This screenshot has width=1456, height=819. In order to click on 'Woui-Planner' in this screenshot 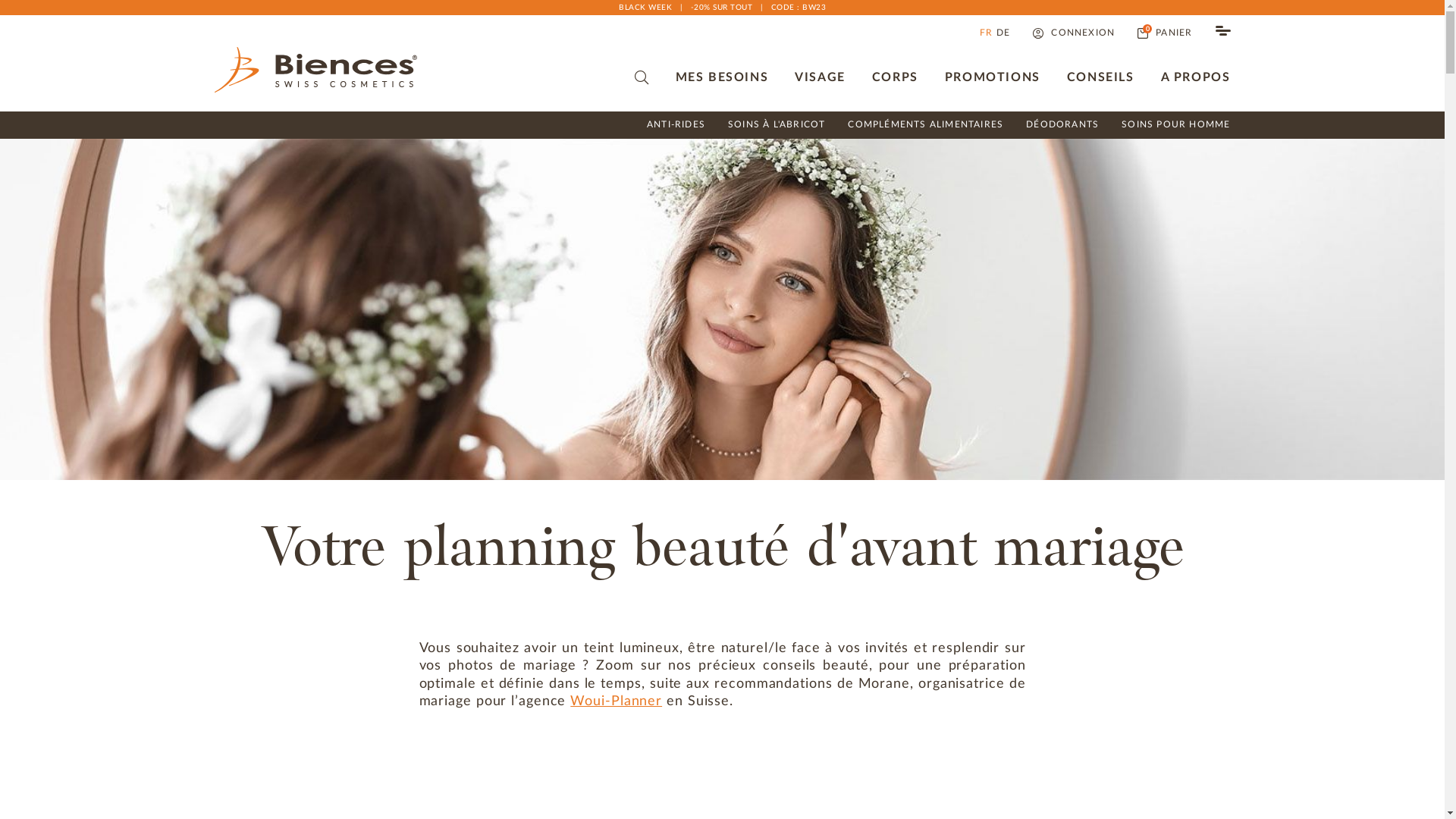, I will do `click(616, 701)`.